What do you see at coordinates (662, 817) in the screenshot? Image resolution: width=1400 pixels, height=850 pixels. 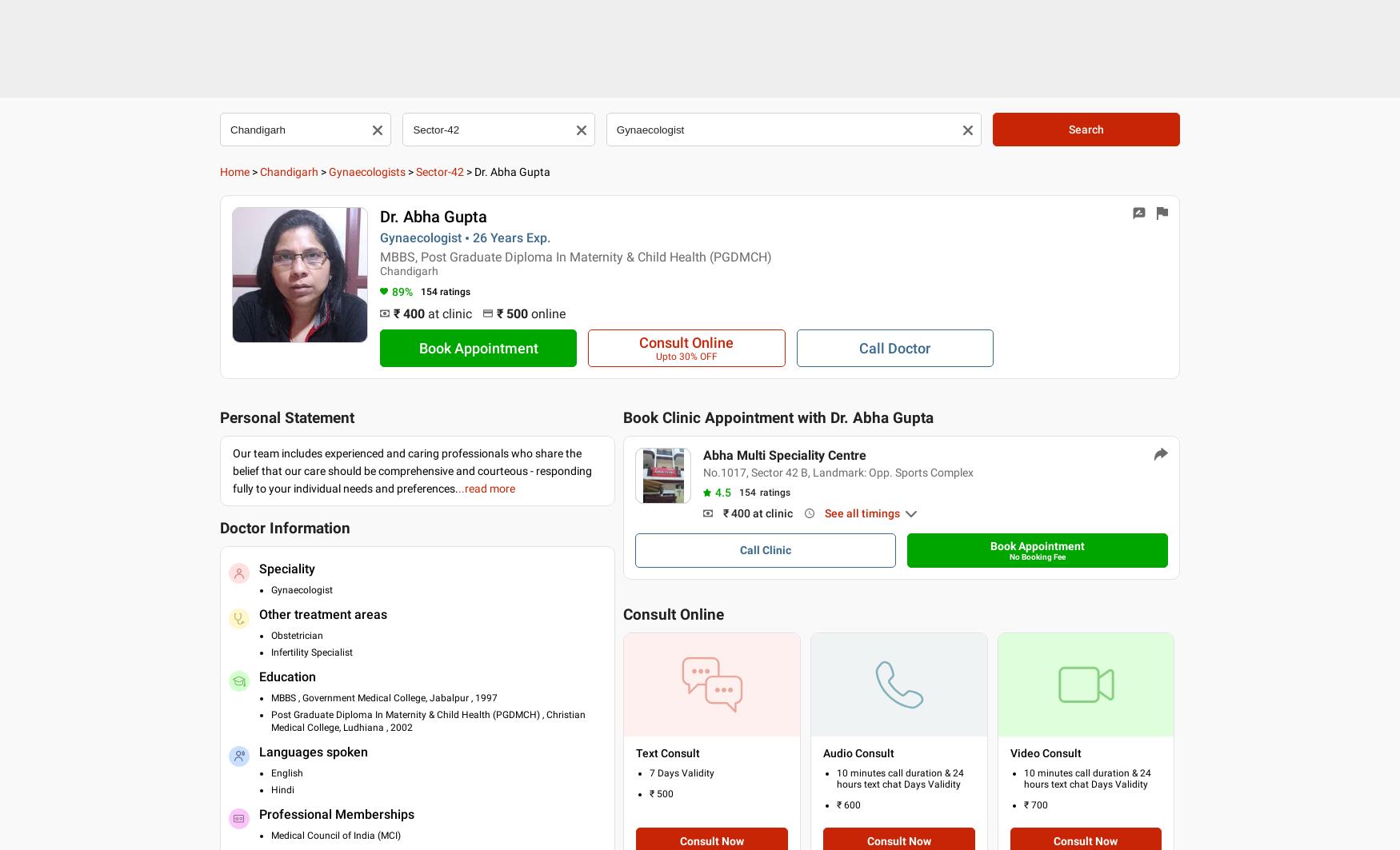 I see `'Health Tips'` at bounding box center [662, 817].